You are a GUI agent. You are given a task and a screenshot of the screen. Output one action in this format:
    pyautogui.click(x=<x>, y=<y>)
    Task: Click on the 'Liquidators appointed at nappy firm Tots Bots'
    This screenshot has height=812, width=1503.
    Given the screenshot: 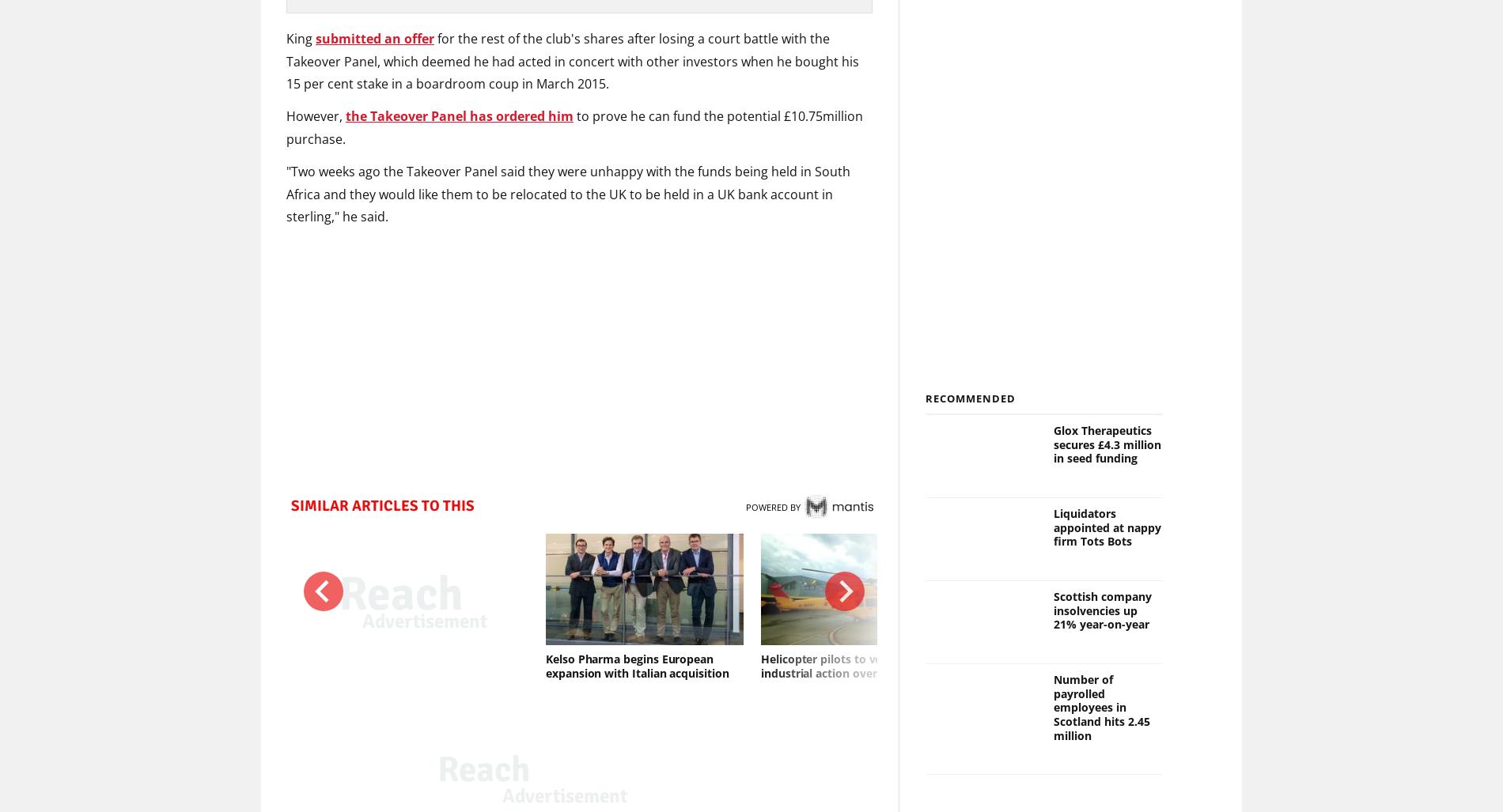 What is the action you would take?
    pyautogui.click(x=1105, y=527)
    